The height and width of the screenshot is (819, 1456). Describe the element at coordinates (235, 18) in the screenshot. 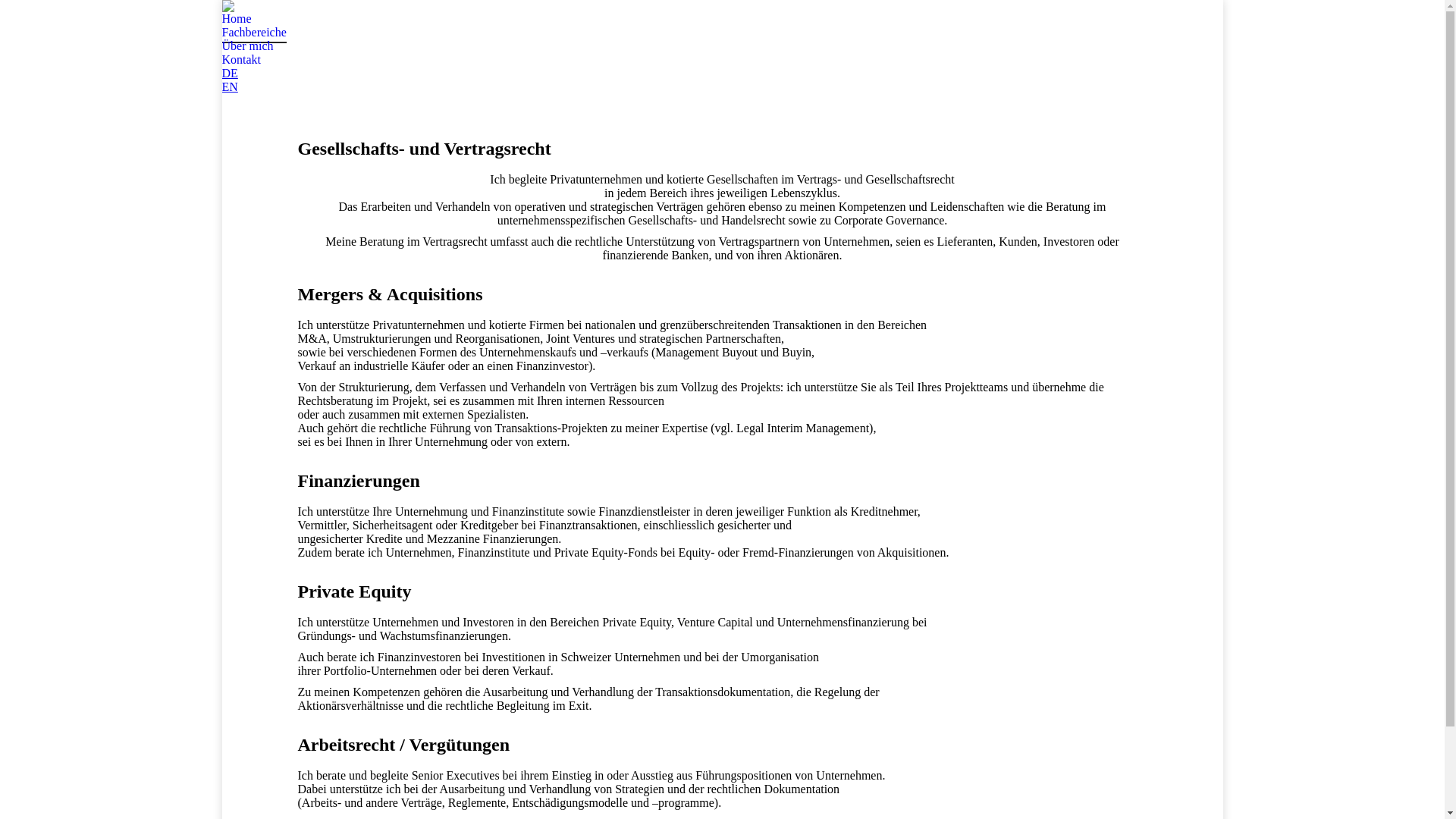

I see `'Home'` at that location.